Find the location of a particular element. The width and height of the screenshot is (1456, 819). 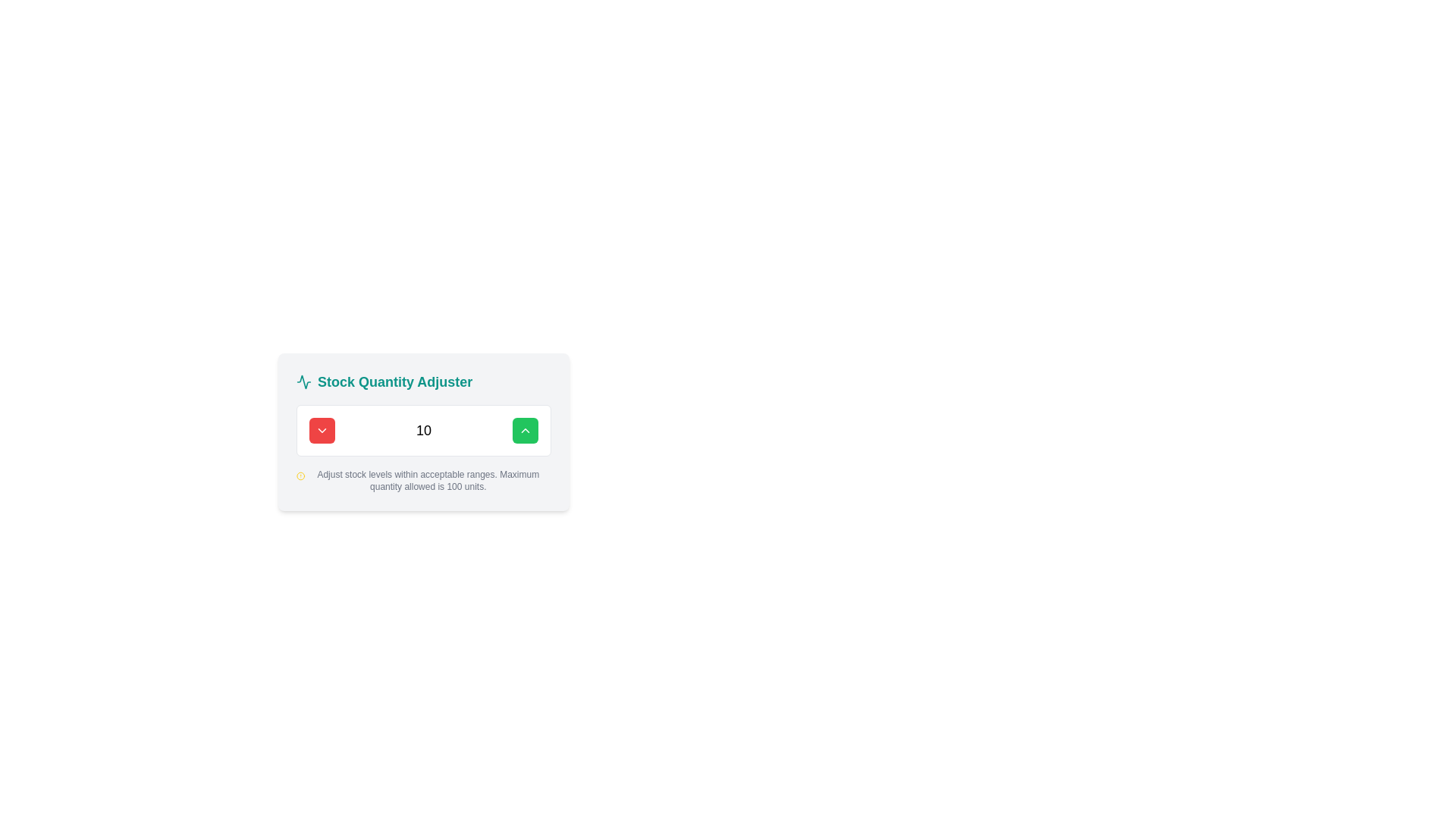

the Header titled 'Stock Quantity Adjuster', which is displayed in a bold teal-blue font and features a small graph icon on its left side is located at coordinates (384, 381).